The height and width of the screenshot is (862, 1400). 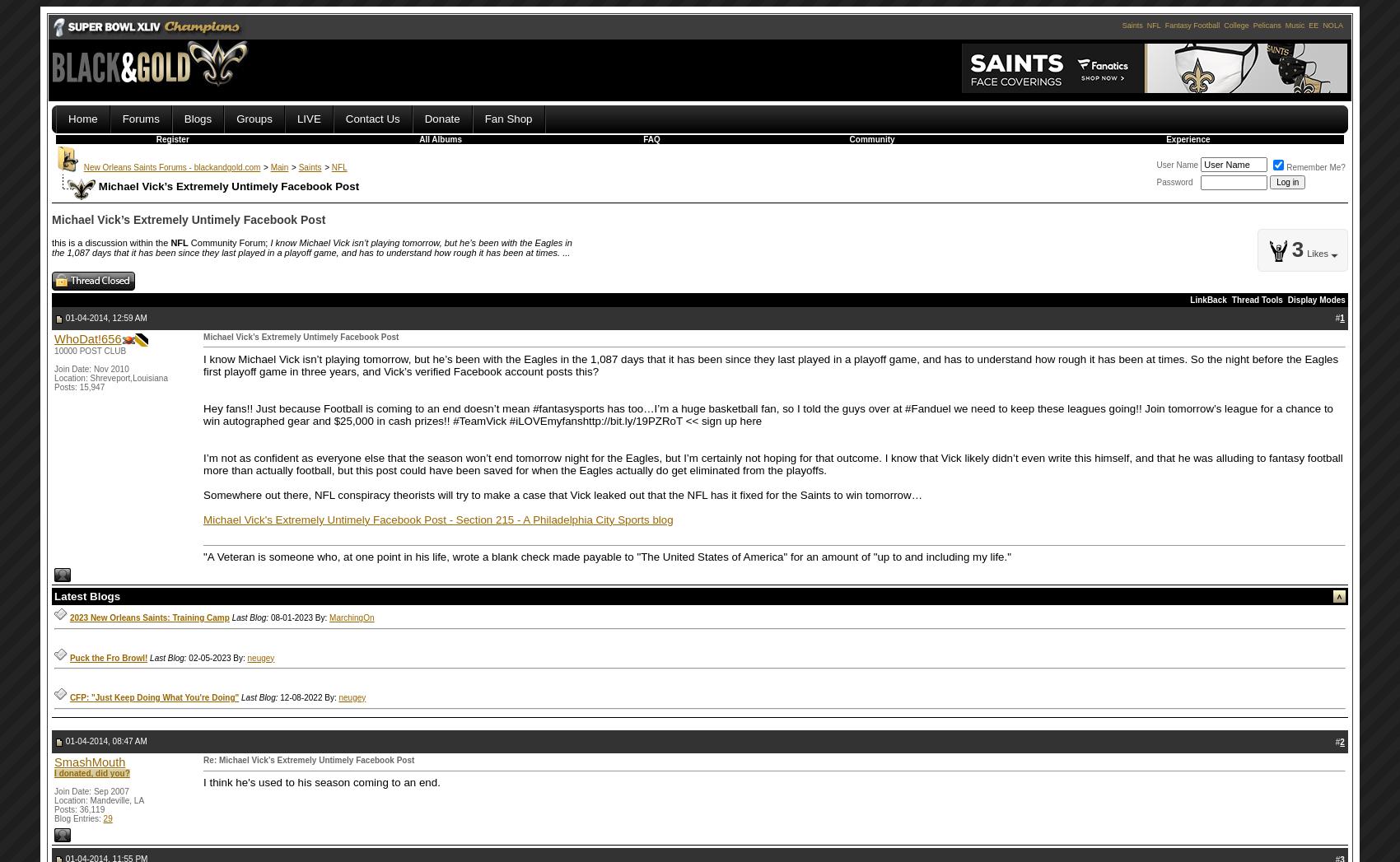 What do you see at coordinates (170, 166) in the screenshot?
I see `'New Orleans Saints Forums - blackandgold.com'` at bounding box center [170, 166].